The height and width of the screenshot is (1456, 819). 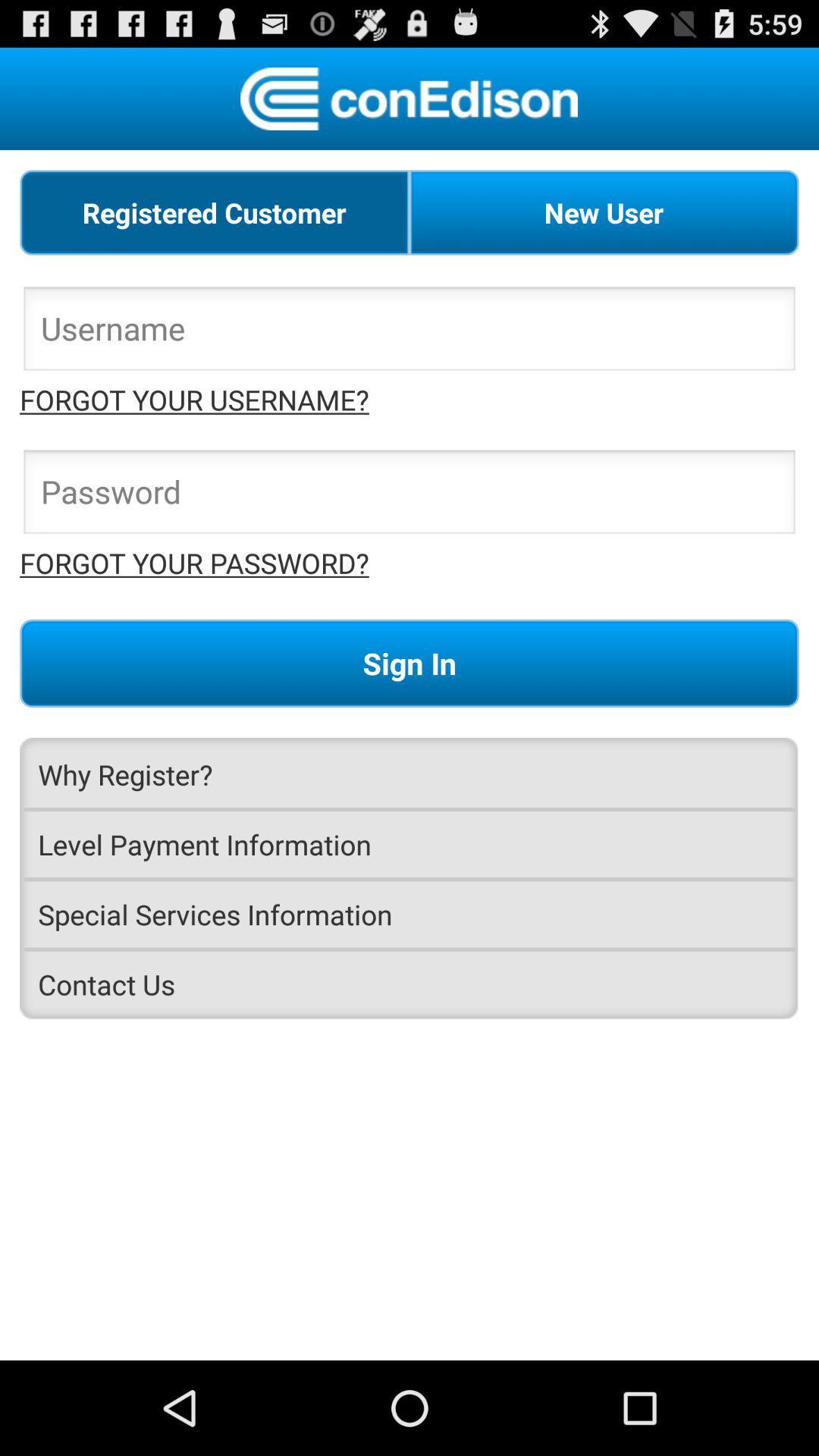 What do you see at coordinates (409, 843) in the screenshot?
I see `the level payment information item` at bounding box center [409, 843].